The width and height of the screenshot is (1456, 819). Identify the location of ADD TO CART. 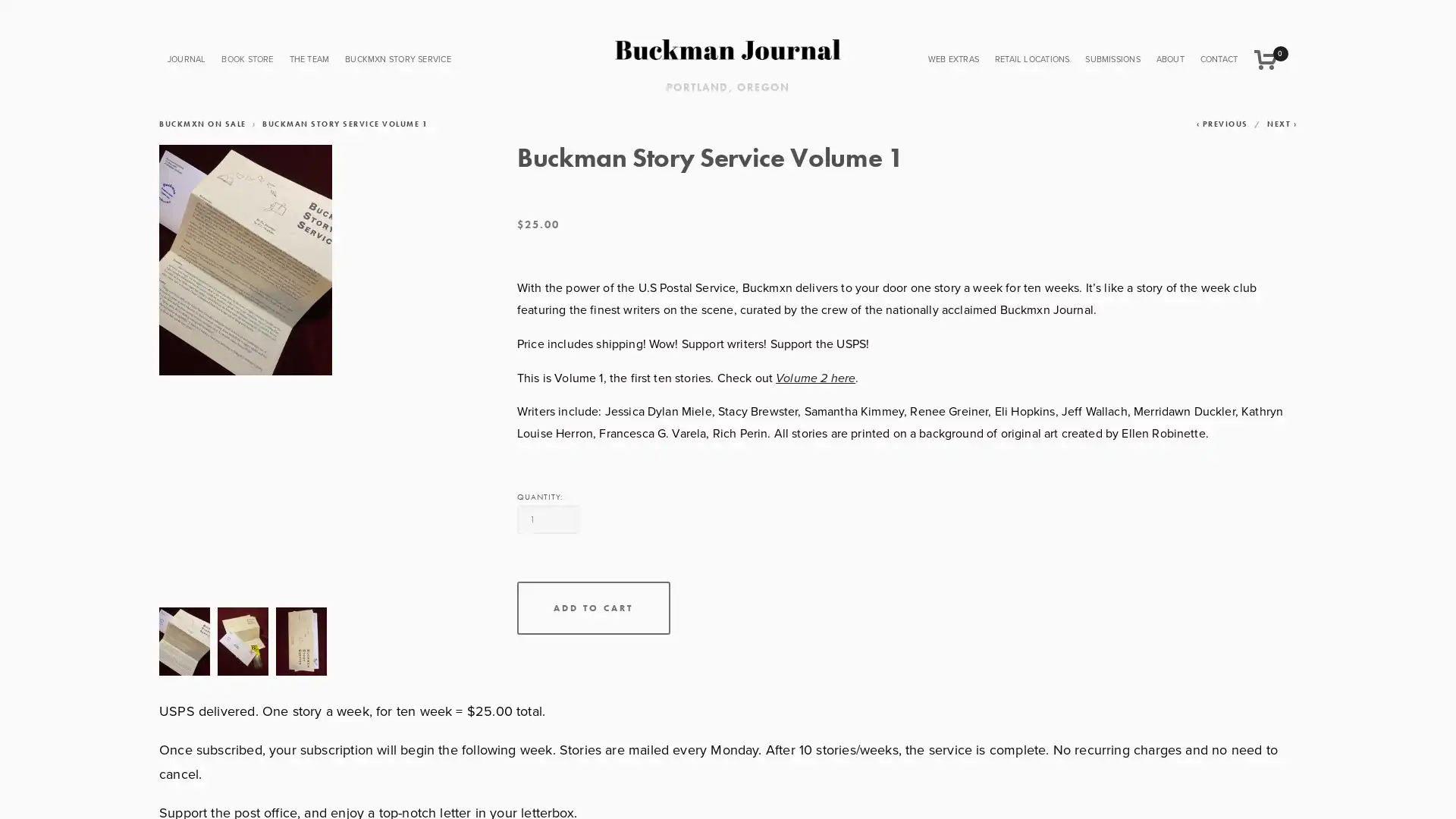
(592, 607).